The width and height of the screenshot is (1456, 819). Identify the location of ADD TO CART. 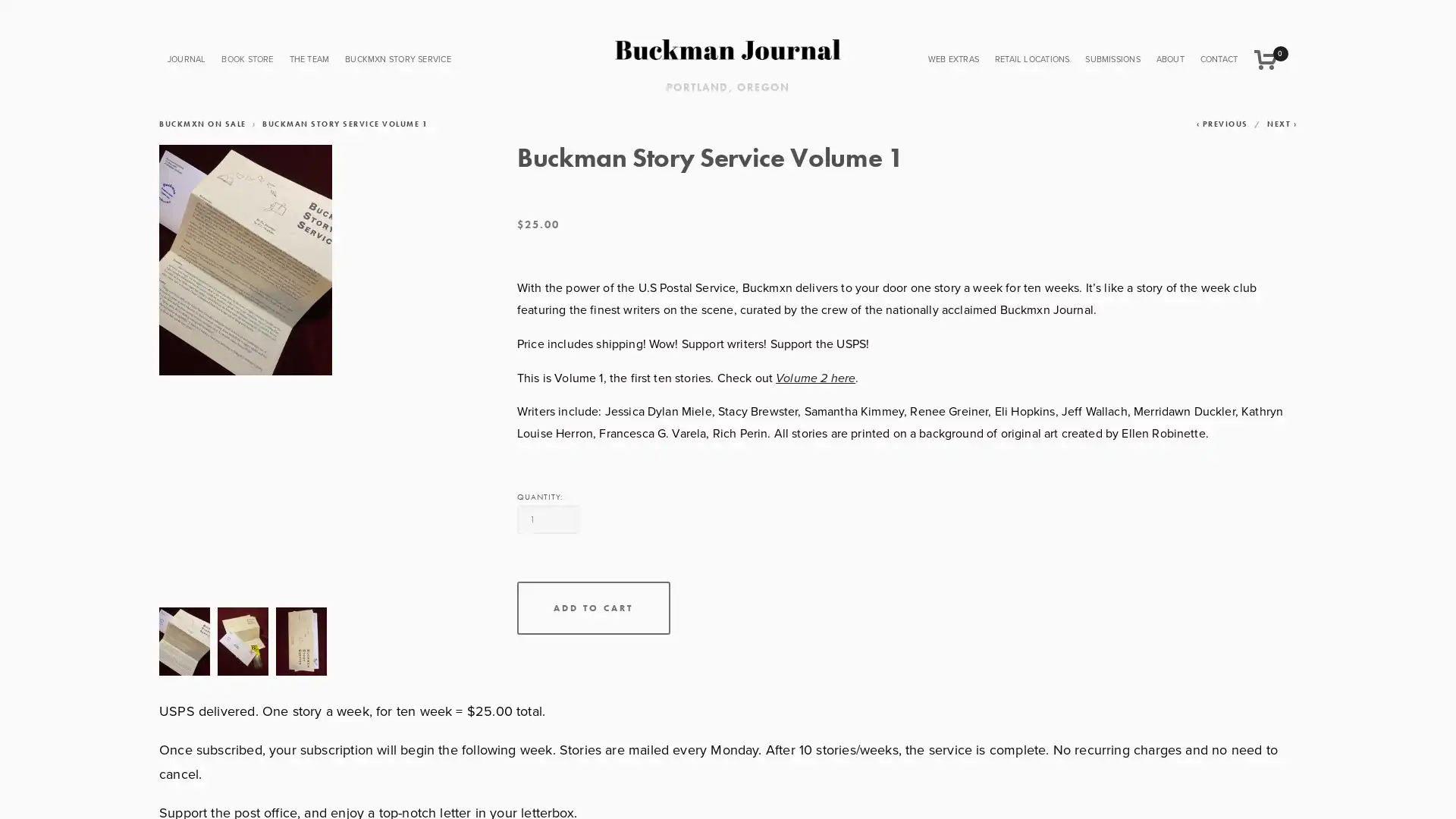
(592, 607).